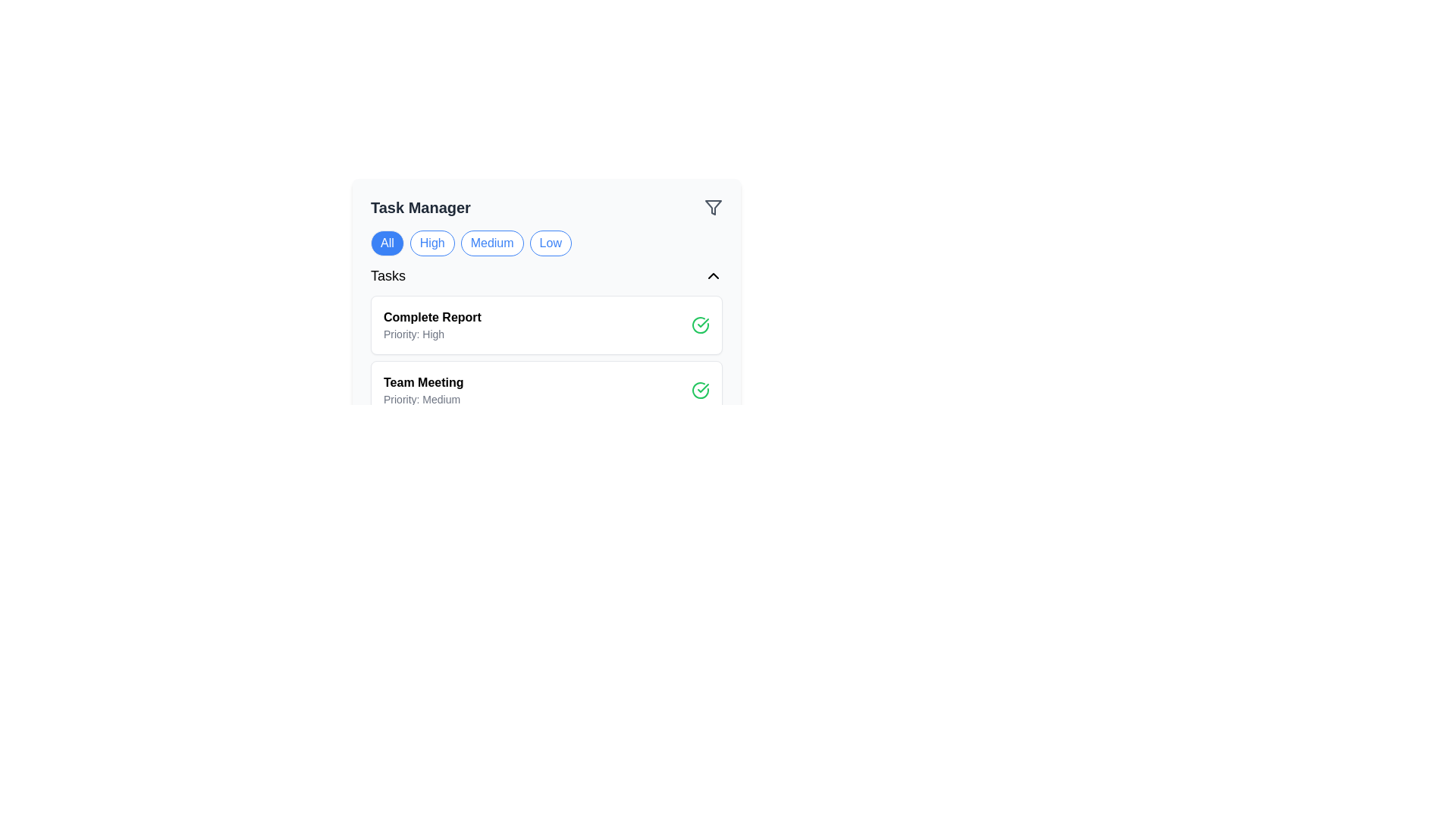 The height and width of the screenshot is (819, 1456). What do you see at coordinates (492, 242) in the screenshot?
I see `the rounded button labeled 'Medium' with a white background and blue text` at bounding box center [492, 242].